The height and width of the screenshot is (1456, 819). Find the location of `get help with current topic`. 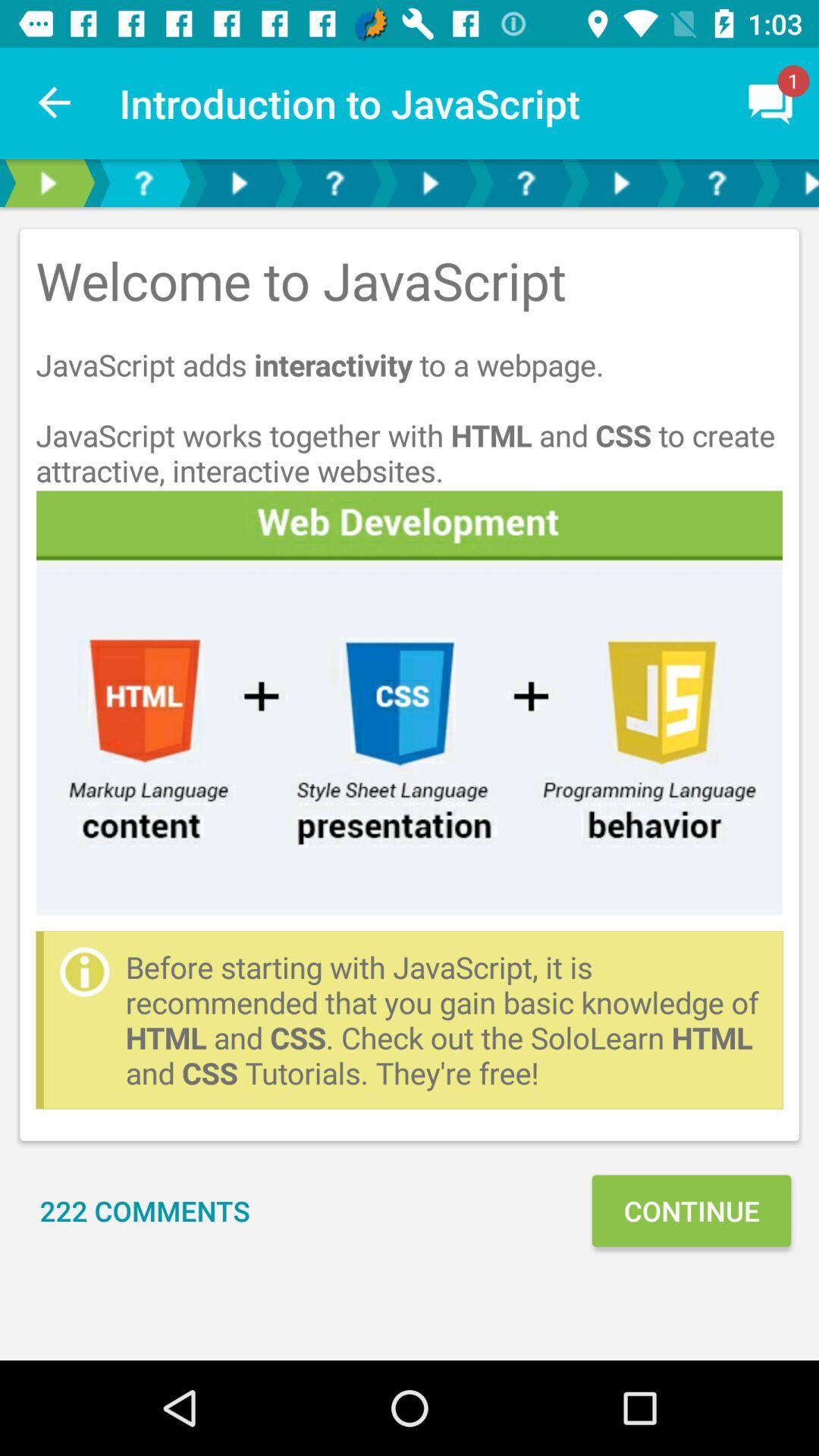

get help with current topic is located at coordinates (525, 182).